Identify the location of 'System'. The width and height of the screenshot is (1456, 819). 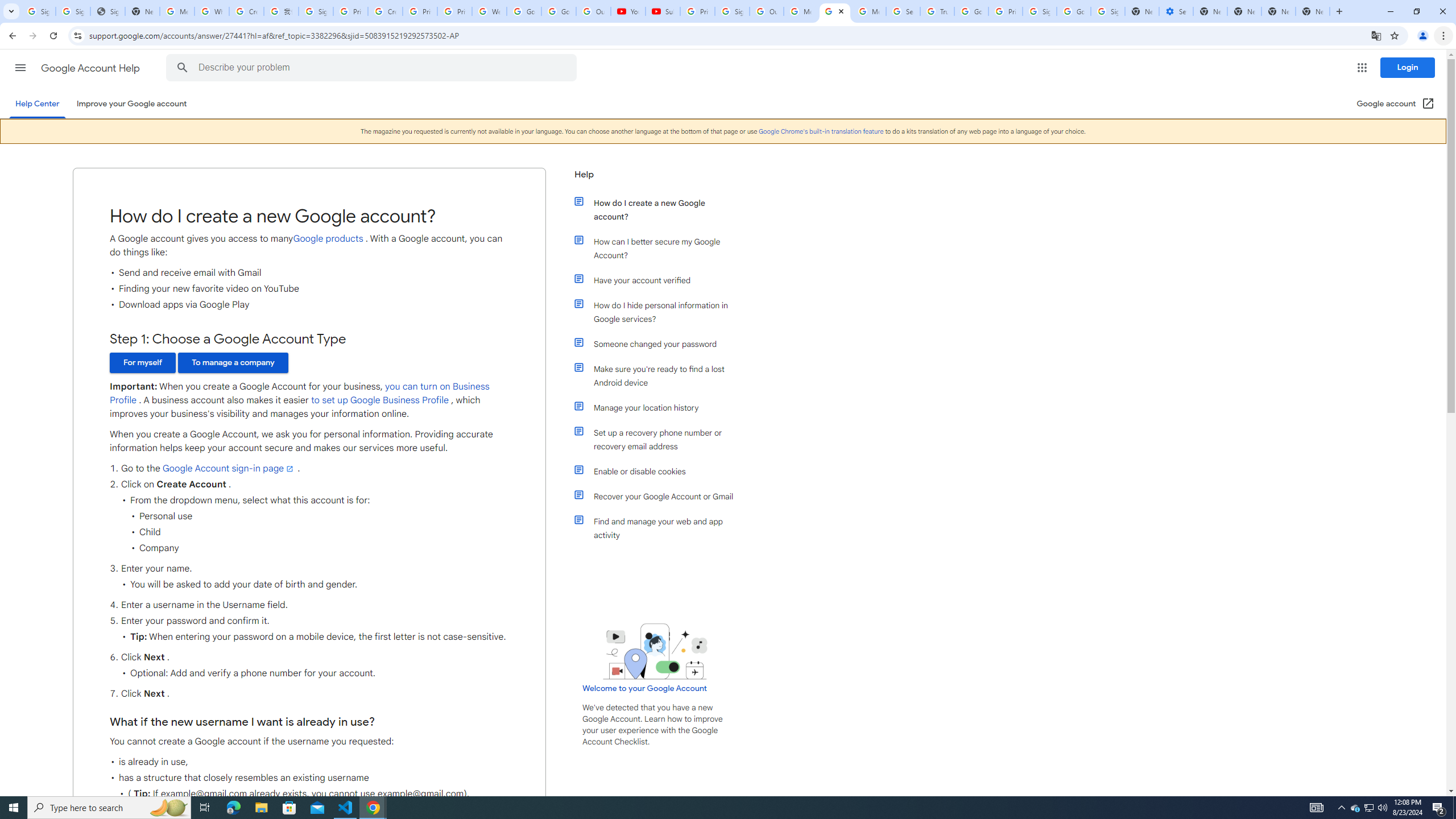
(6, 5).